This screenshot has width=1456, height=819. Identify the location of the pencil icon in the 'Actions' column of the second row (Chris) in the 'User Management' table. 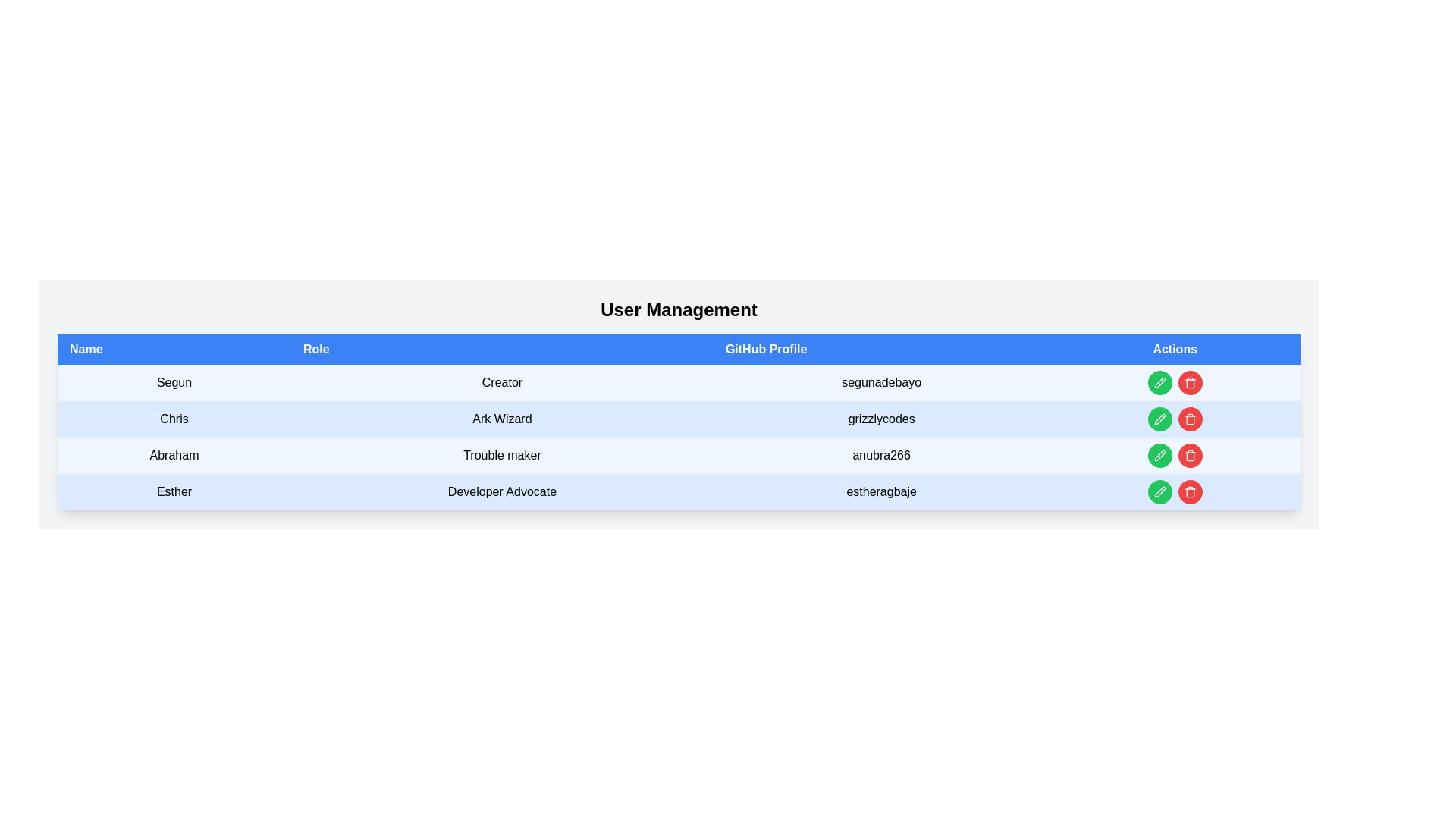
(1159, 382).